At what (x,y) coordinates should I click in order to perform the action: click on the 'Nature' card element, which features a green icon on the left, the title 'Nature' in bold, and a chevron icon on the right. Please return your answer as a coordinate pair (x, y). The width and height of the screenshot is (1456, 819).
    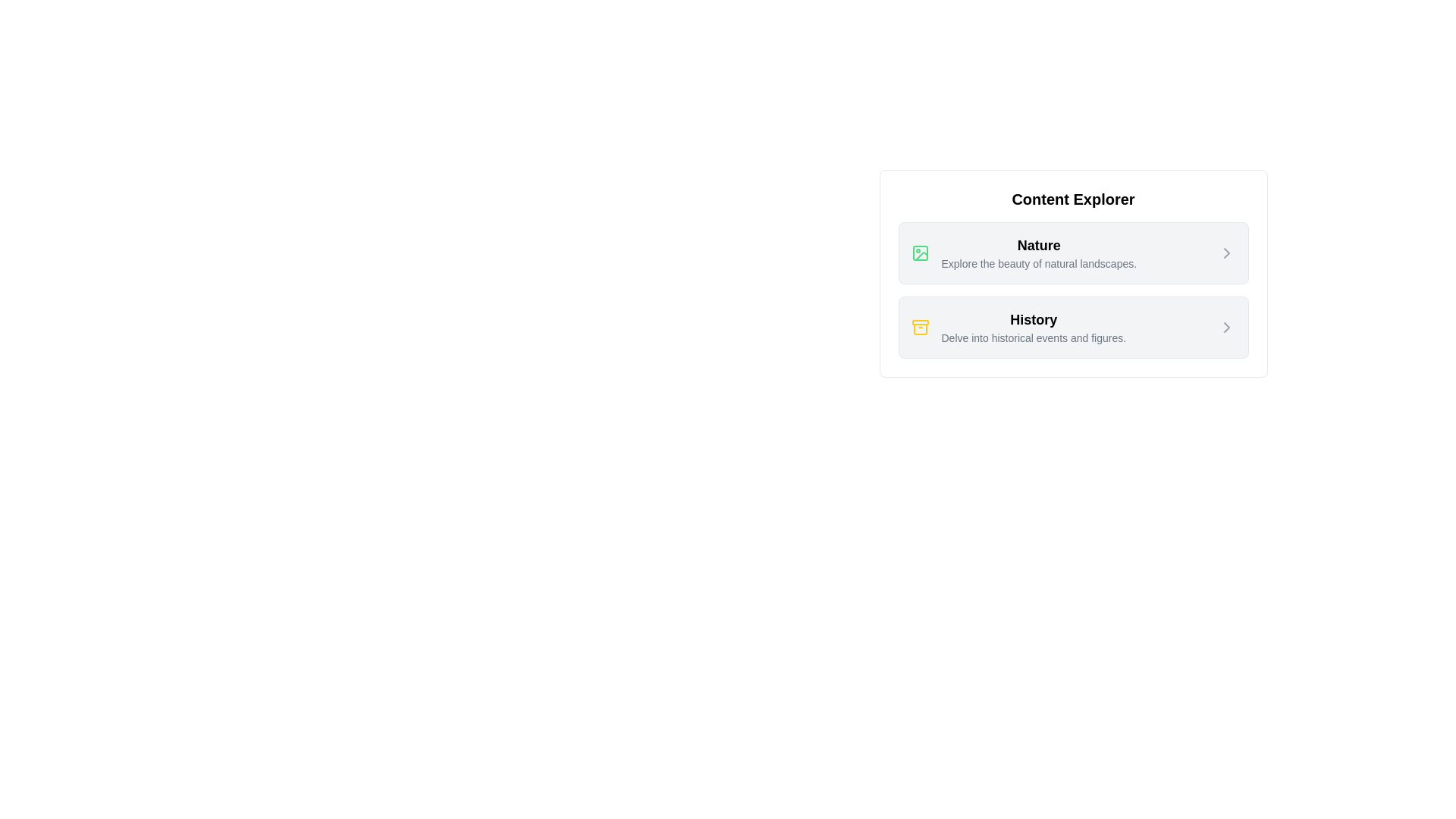
    Looking at the image, I should click on (1072, 253).